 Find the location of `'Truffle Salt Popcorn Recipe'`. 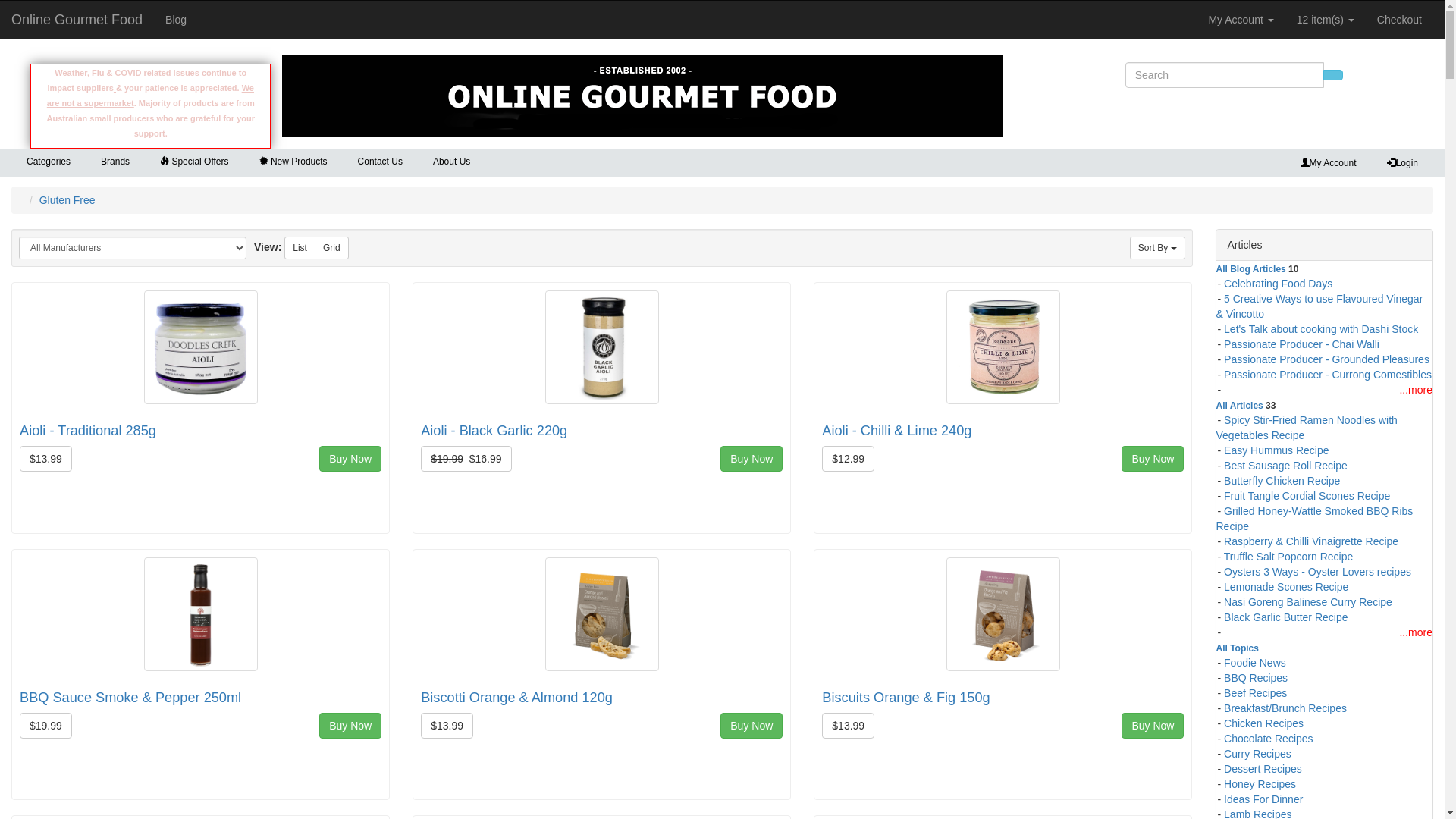

'Truffle Salt Popcorn Recipe' is located at coordinates (1288, 555).